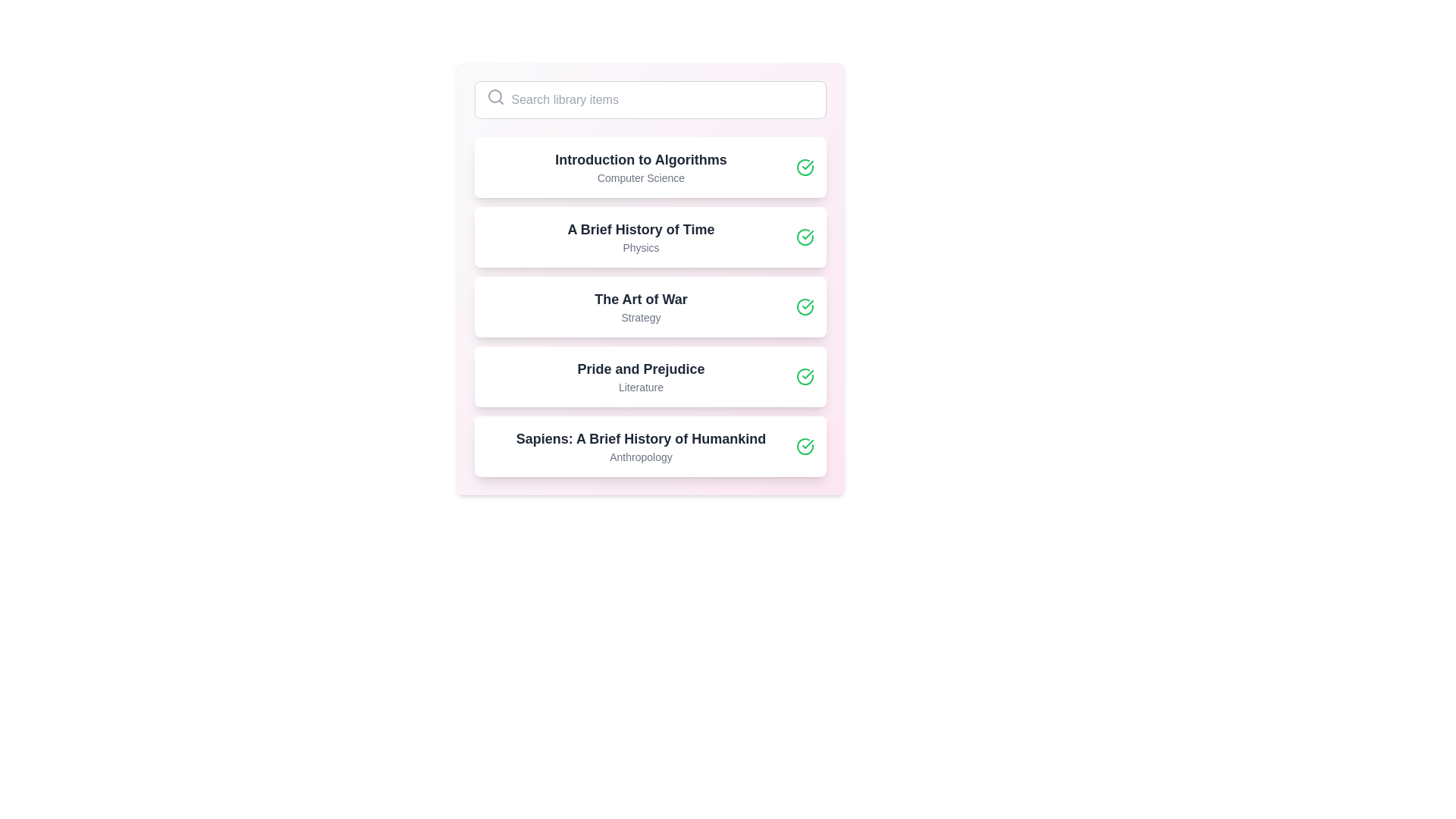  What do you see at coordinates (641, 438) in the screenshot?
I see `title text of the book or library item, which is the first line of text in the scrollable list, positioned above the smaller text 'Anthropology'. This is the fifth entry in the list` at bounding box center [641, 438].